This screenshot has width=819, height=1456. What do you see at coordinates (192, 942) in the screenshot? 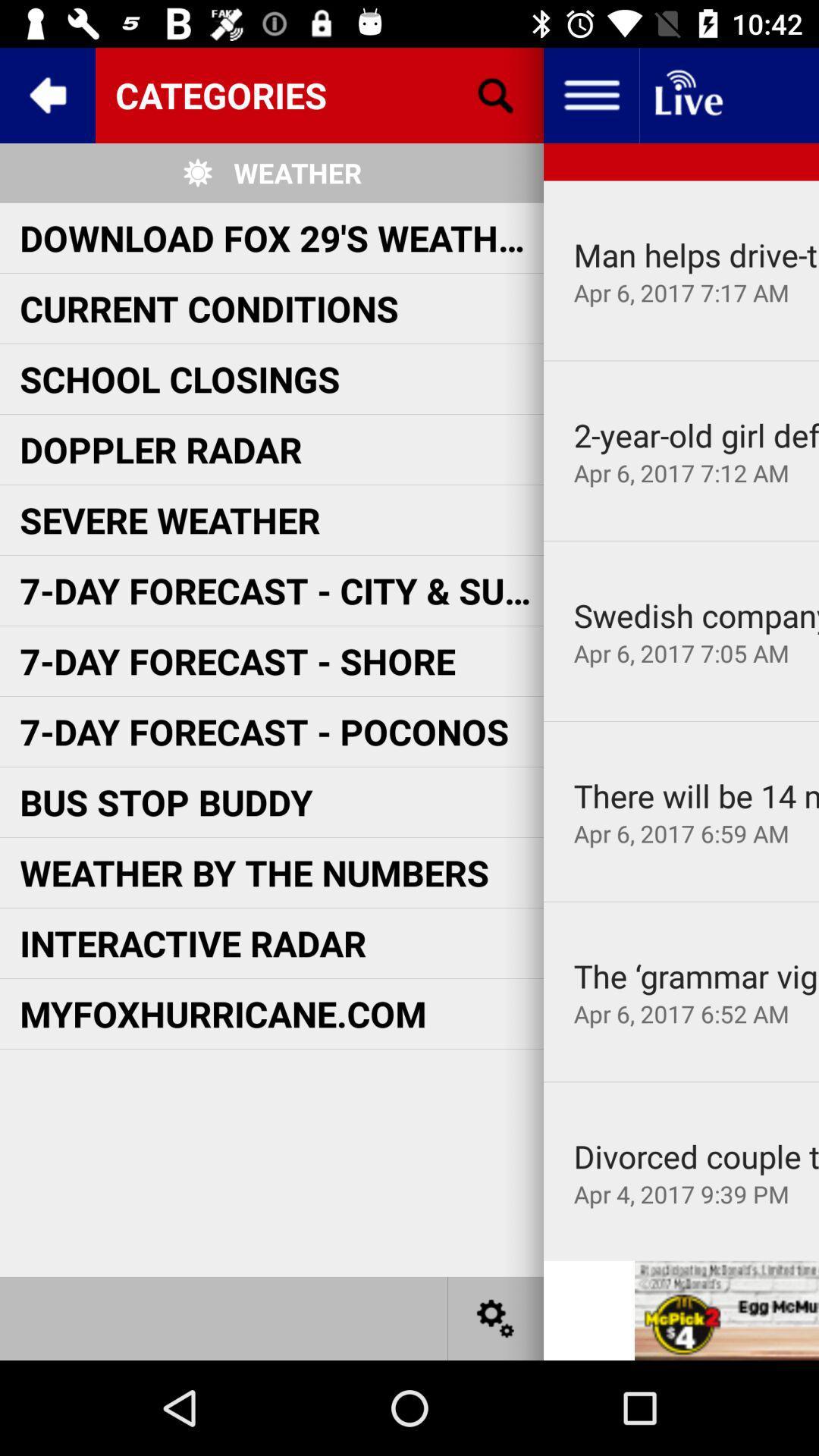
I see `interactive radar item` at bounding box center [192, 942].